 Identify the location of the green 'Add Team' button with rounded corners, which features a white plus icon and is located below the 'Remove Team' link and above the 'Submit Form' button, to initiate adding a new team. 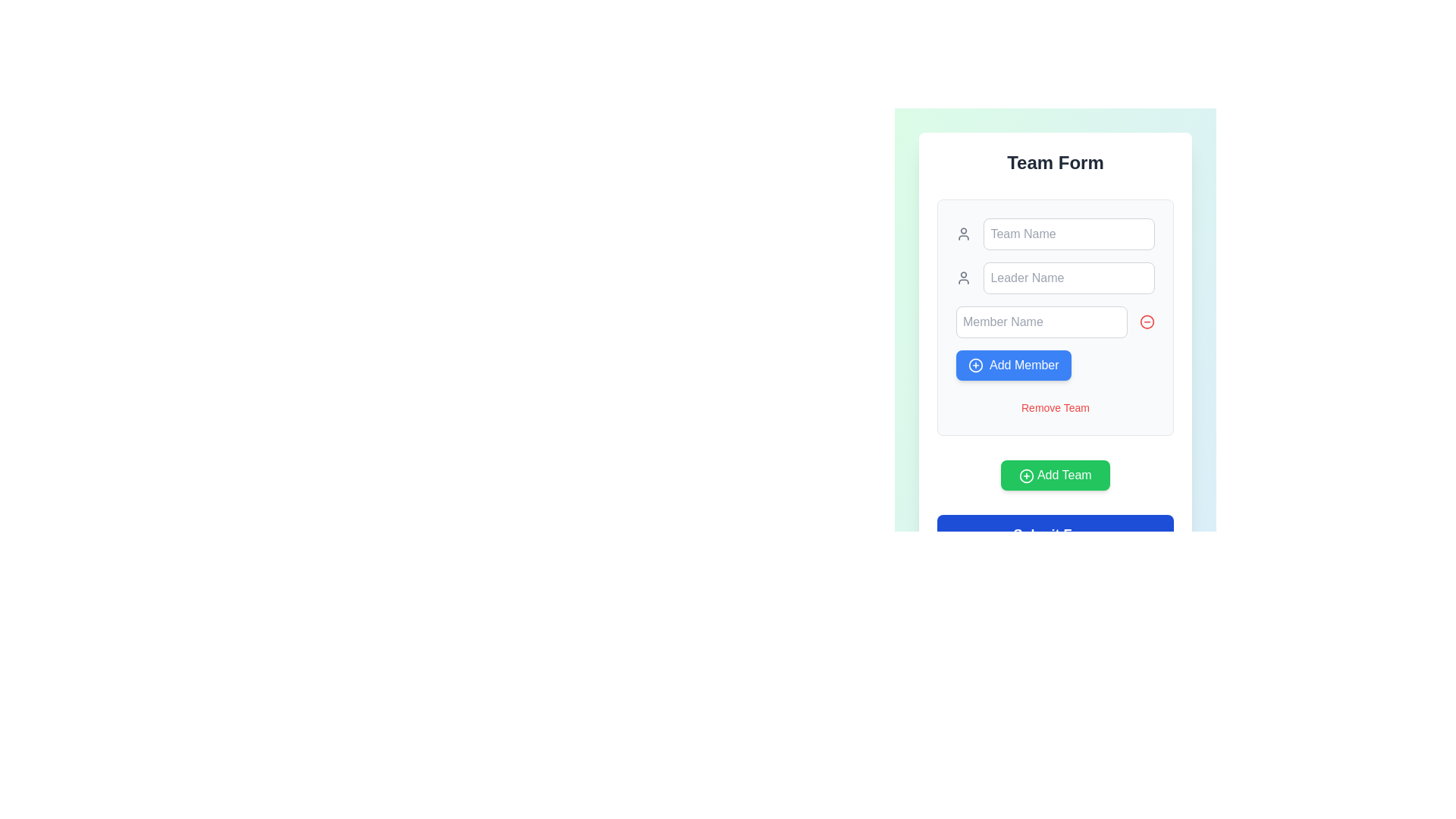
(1055, 475).